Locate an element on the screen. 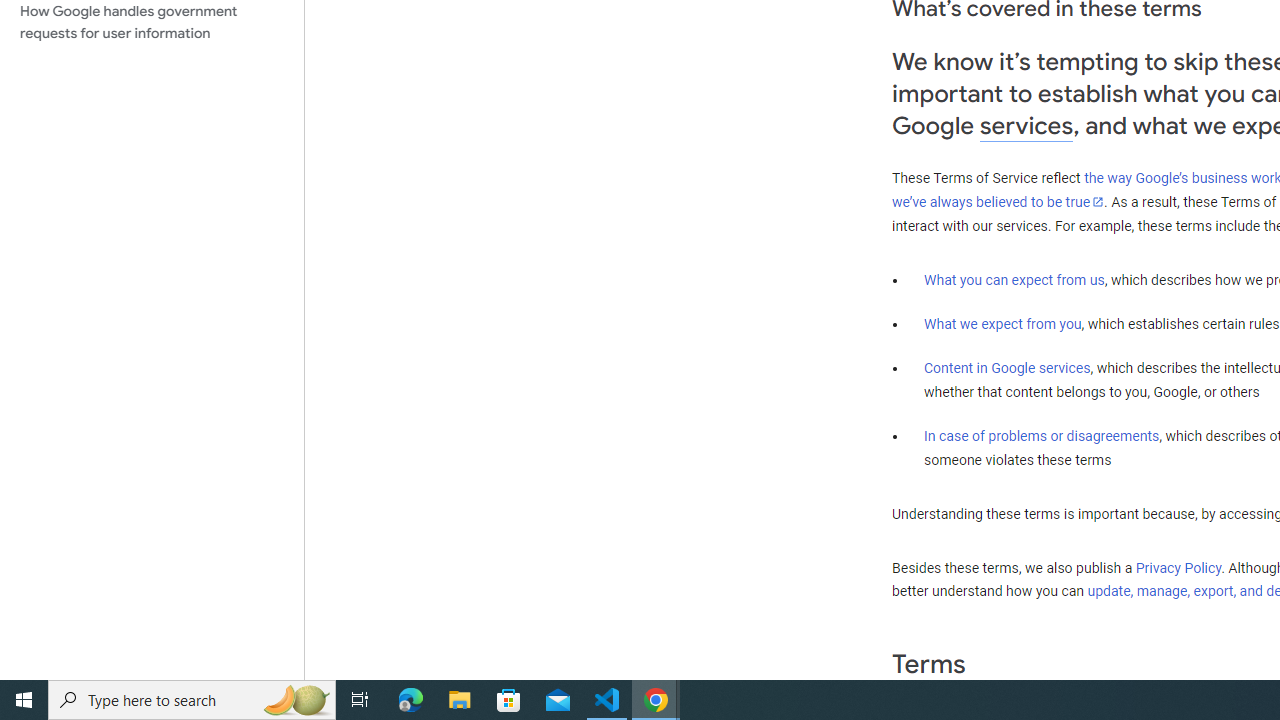 The width and height of the screenshot is (1280, 720). 'What you can expect from us' is located at coordinates (1014, 279).